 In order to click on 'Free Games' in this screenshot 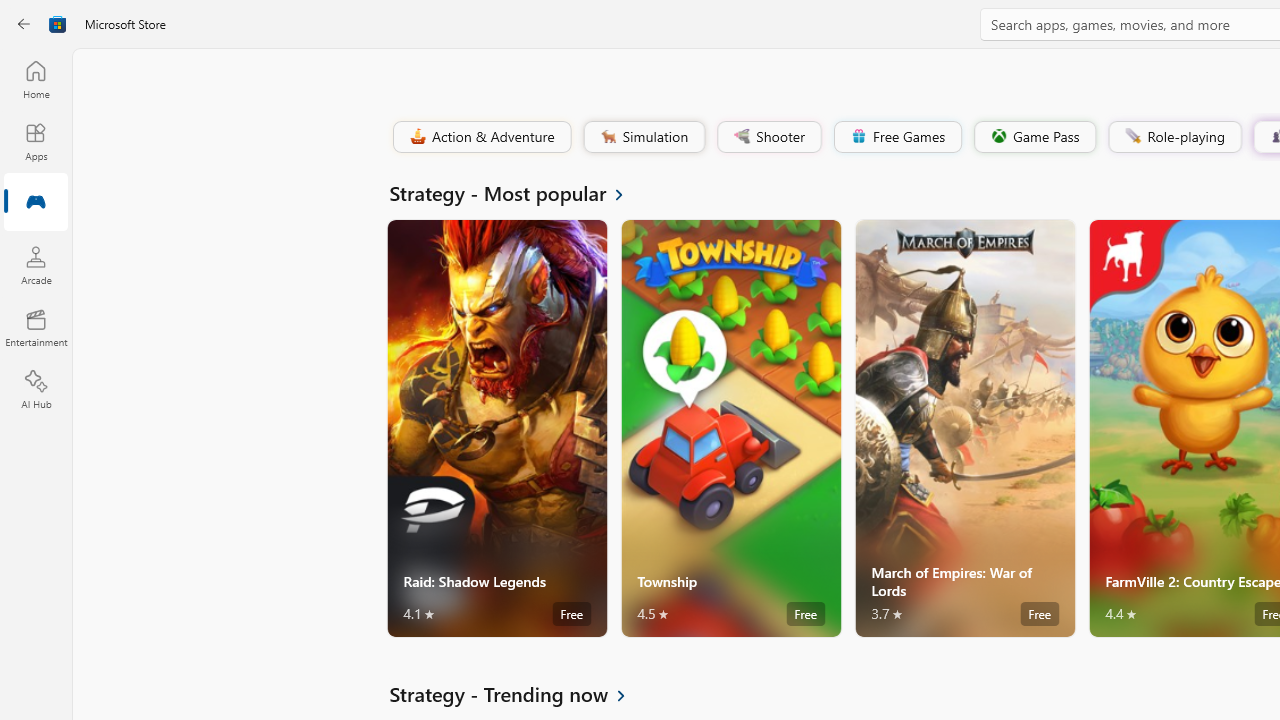, I will do `click(896, 135)`.